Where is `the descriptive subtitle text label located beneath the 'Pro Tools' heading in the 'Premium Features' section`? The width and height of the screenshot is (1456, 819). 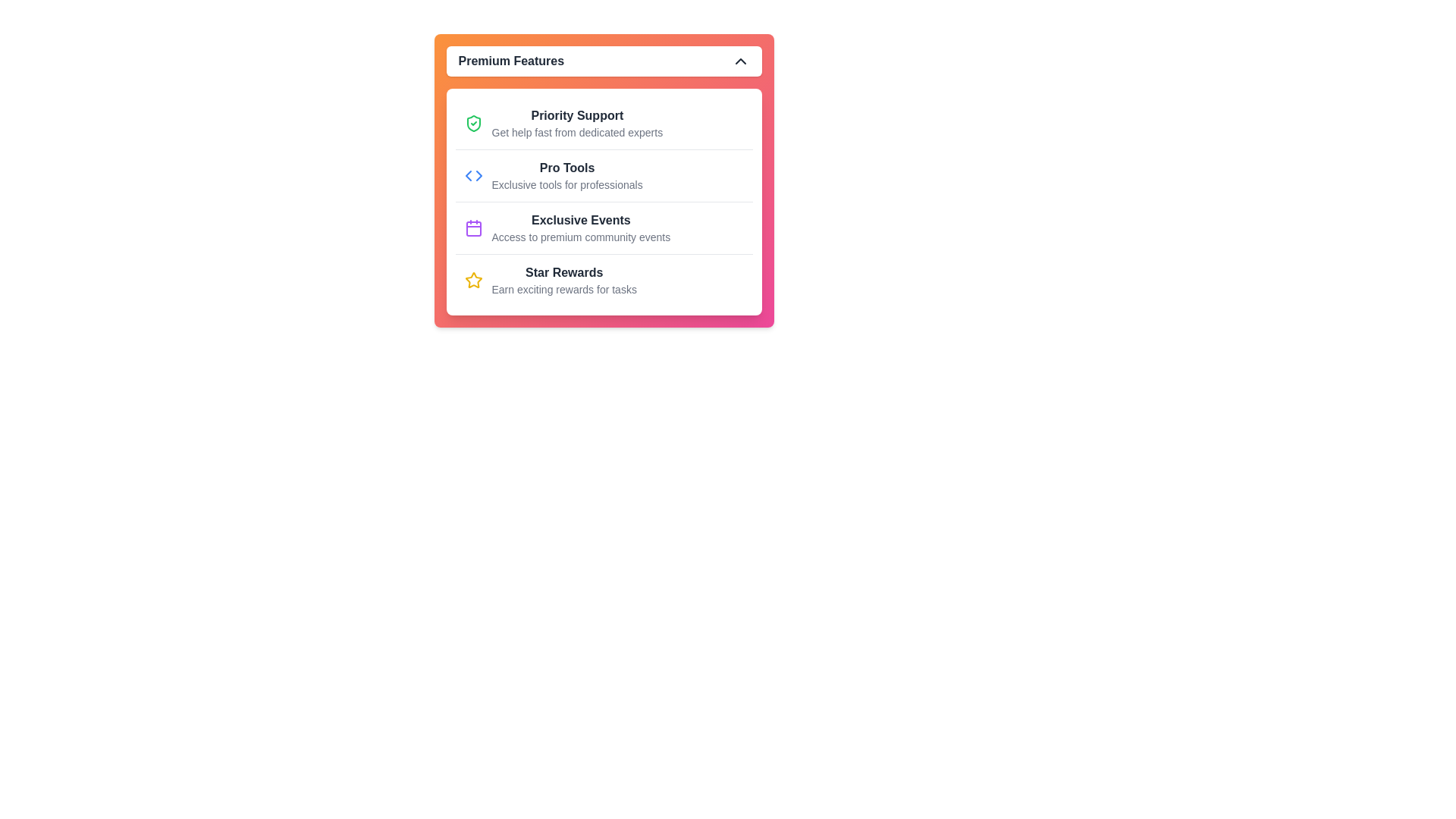
the descriptive subtitle text label located beneath the 'Pro Tools' heading in the 'Premium Features' section is located at coordinates (566, 184).